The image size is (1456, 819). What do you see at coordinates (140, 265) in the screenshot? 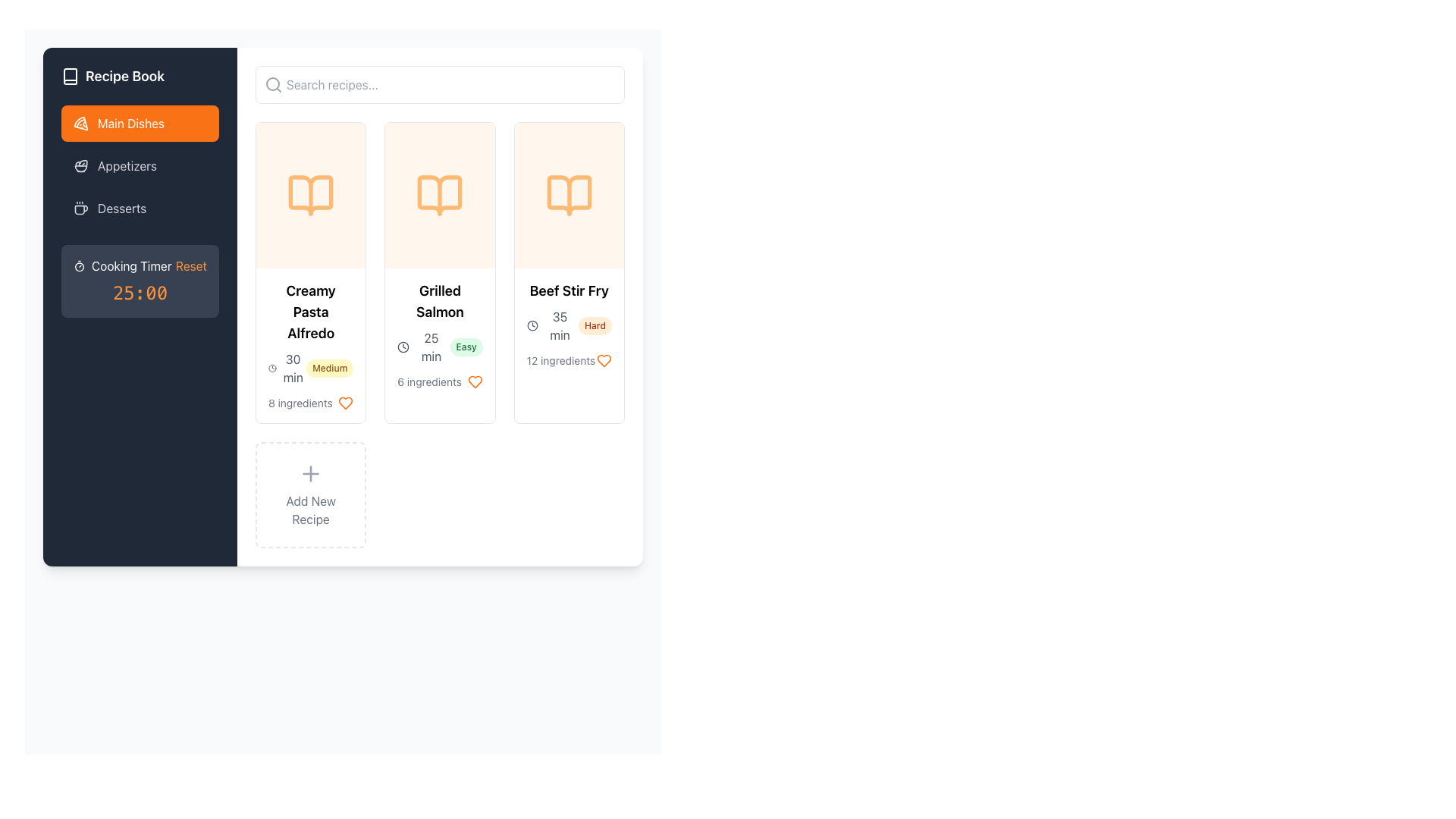
I see `the 'Cooking Timer Reset' informational label which is styled with white and orange text and located within a dark gray rounded rectangle panel, positioned above the timer value '25:00'` at bounding box center [140, 265].